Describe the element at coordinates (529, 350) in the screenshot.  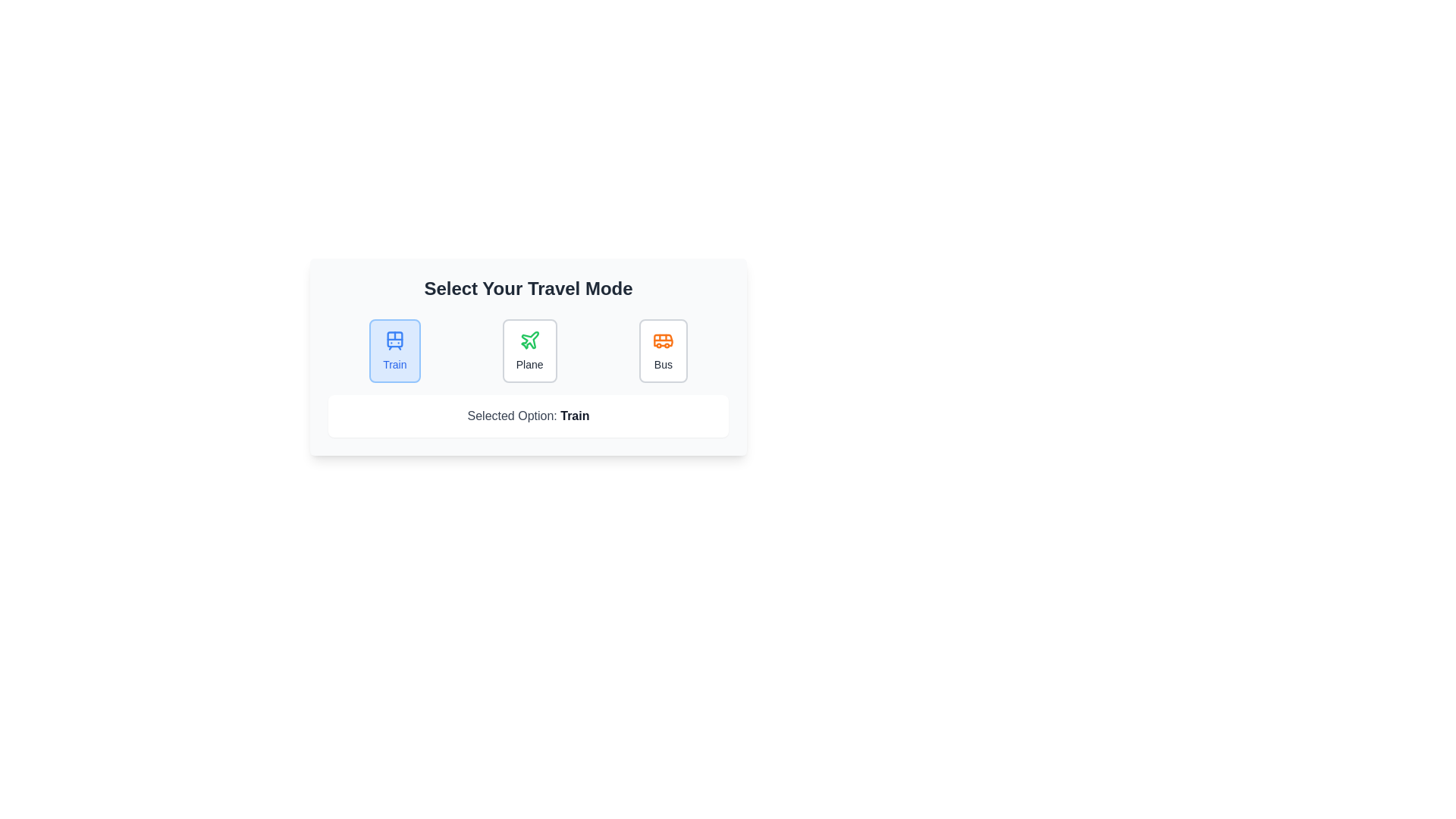
I see `the 'Plane' travel mode option button` at that location.